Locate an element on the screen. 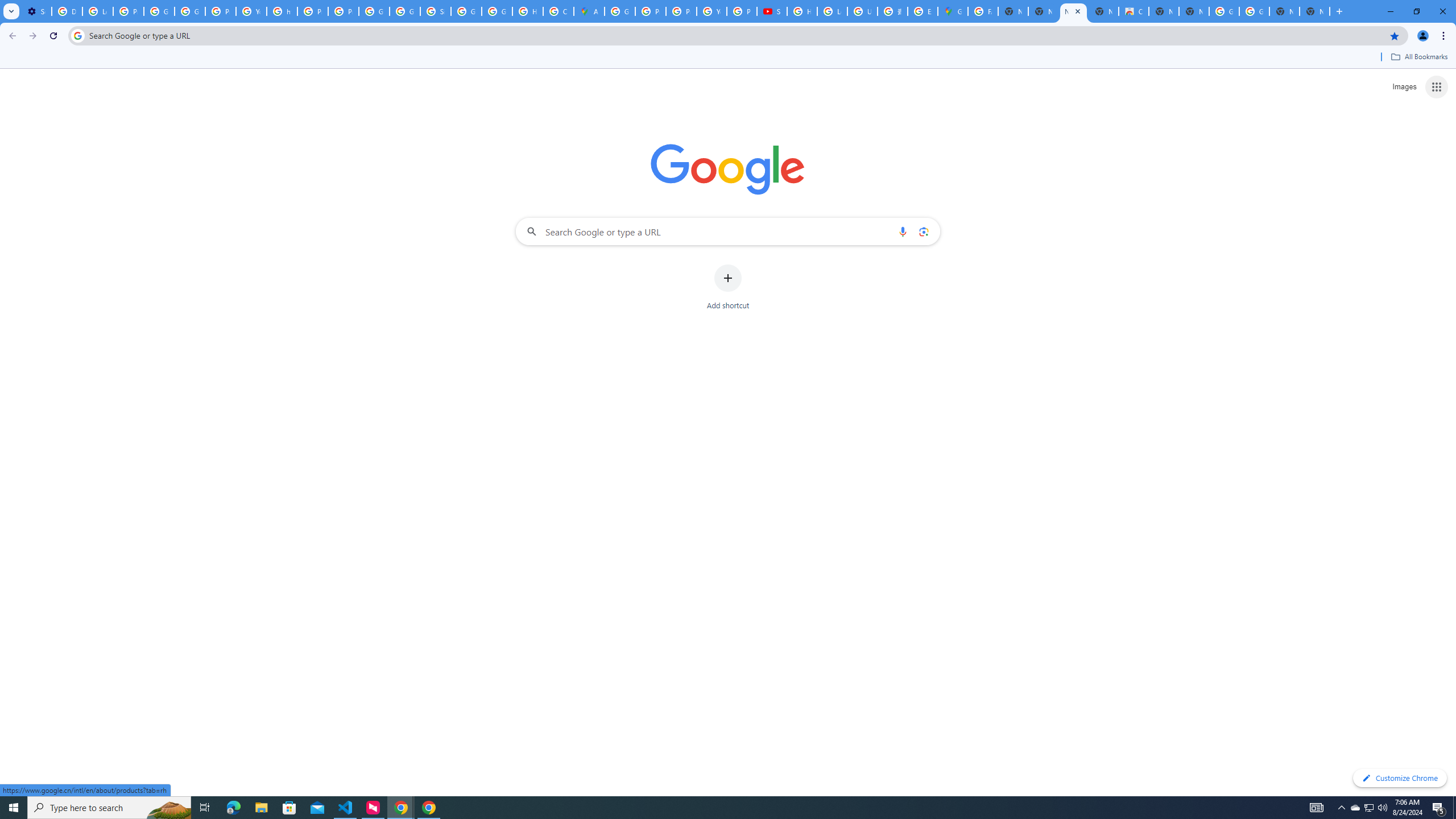 This screenshot has width=1456, height=819. 'Search Google or type a URL' is located at coordinates (728, 230).